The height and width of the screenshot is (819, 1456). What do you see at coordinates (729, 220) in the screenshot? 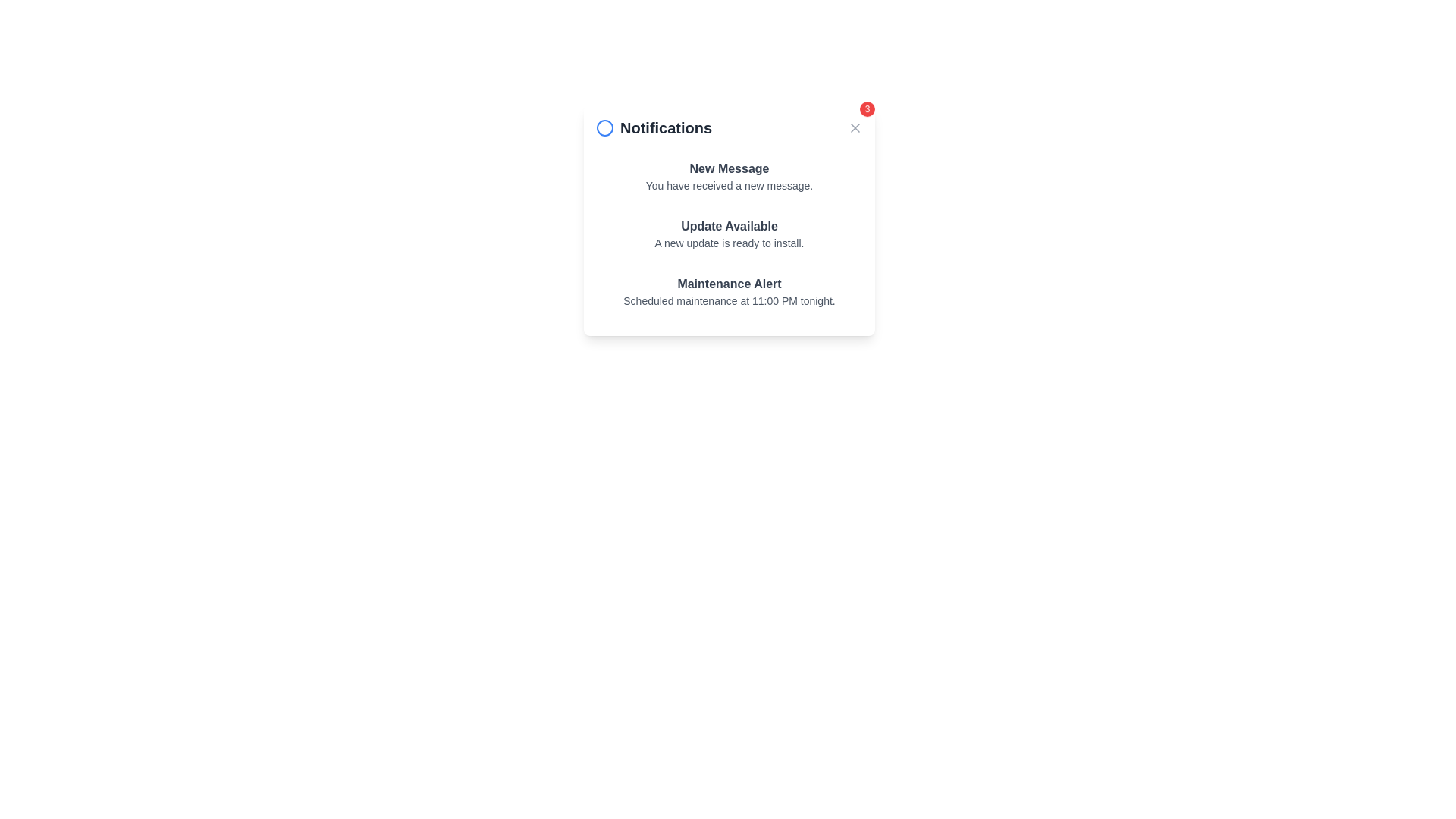
I see `text notification titled 'Update Available' which contains the description 'A new update is ready to install.'` at bounding box center [729, 220].